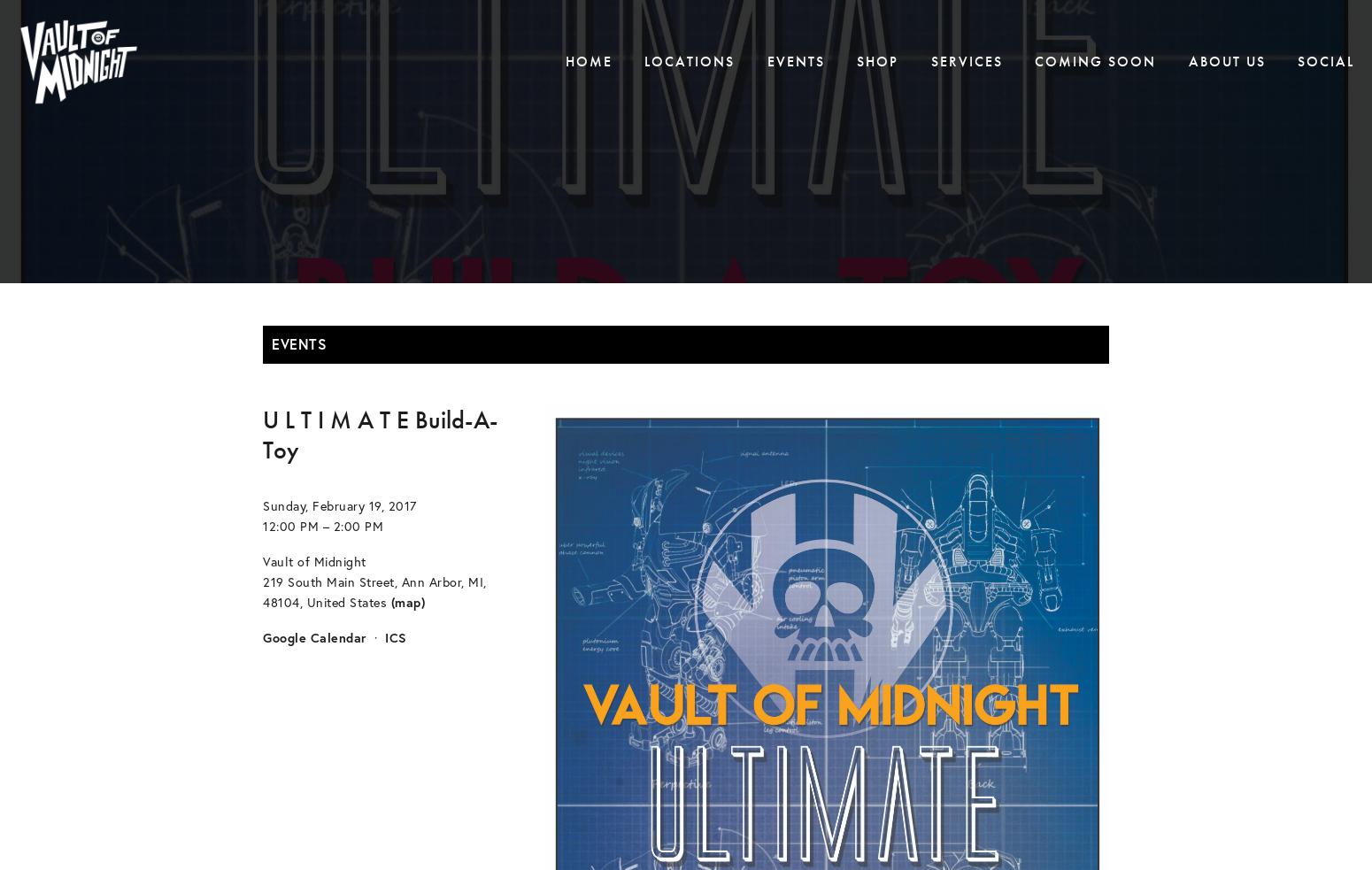  I want to click on '219 South Main Street', so click(328, 580).